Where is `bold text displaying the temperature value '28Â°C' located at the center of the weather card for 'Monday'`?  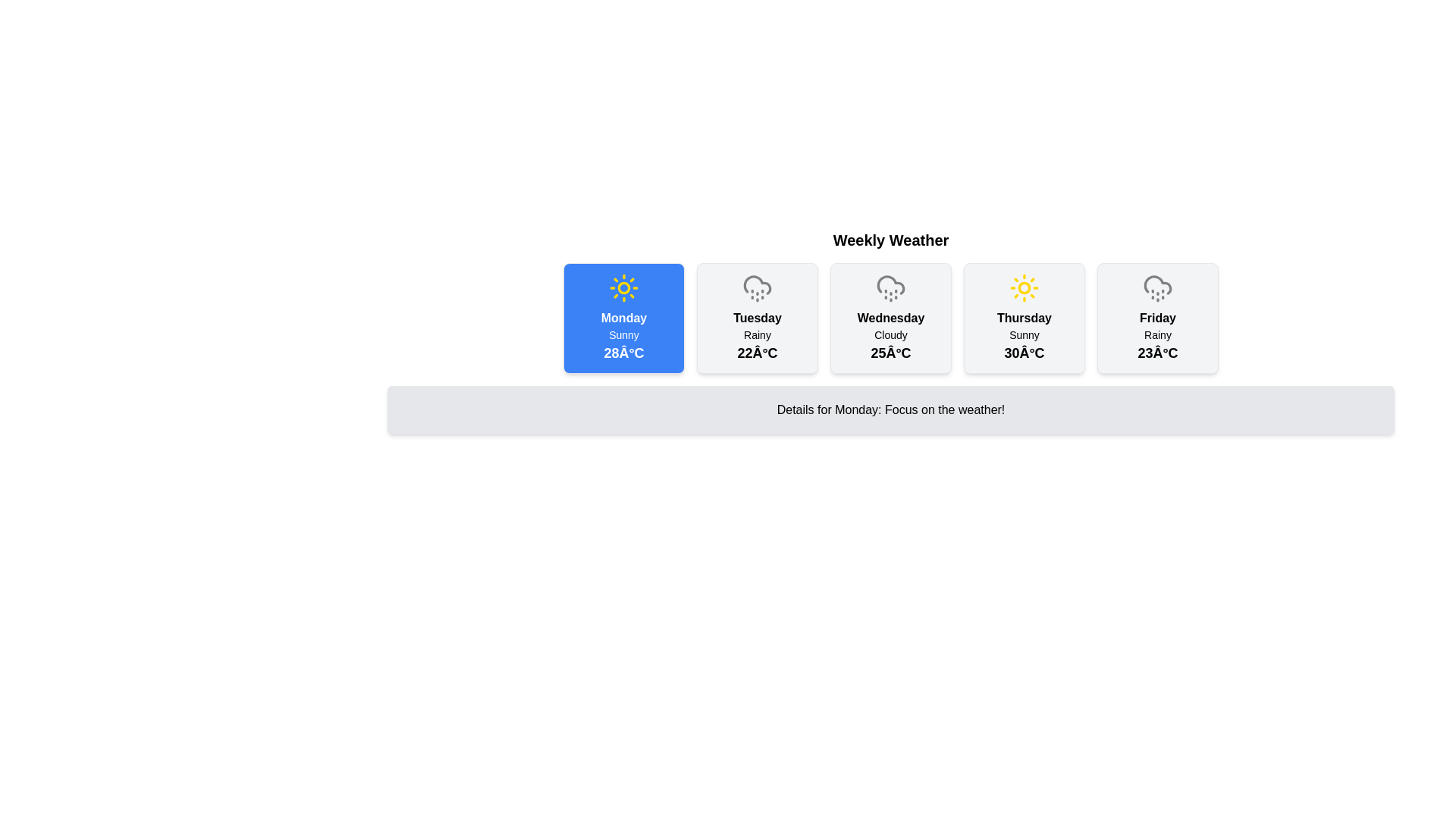
bold text displaying the temperature value '28Â°C' located at the center of the weather card for 'Monday' is located at coordinates (623, 353).